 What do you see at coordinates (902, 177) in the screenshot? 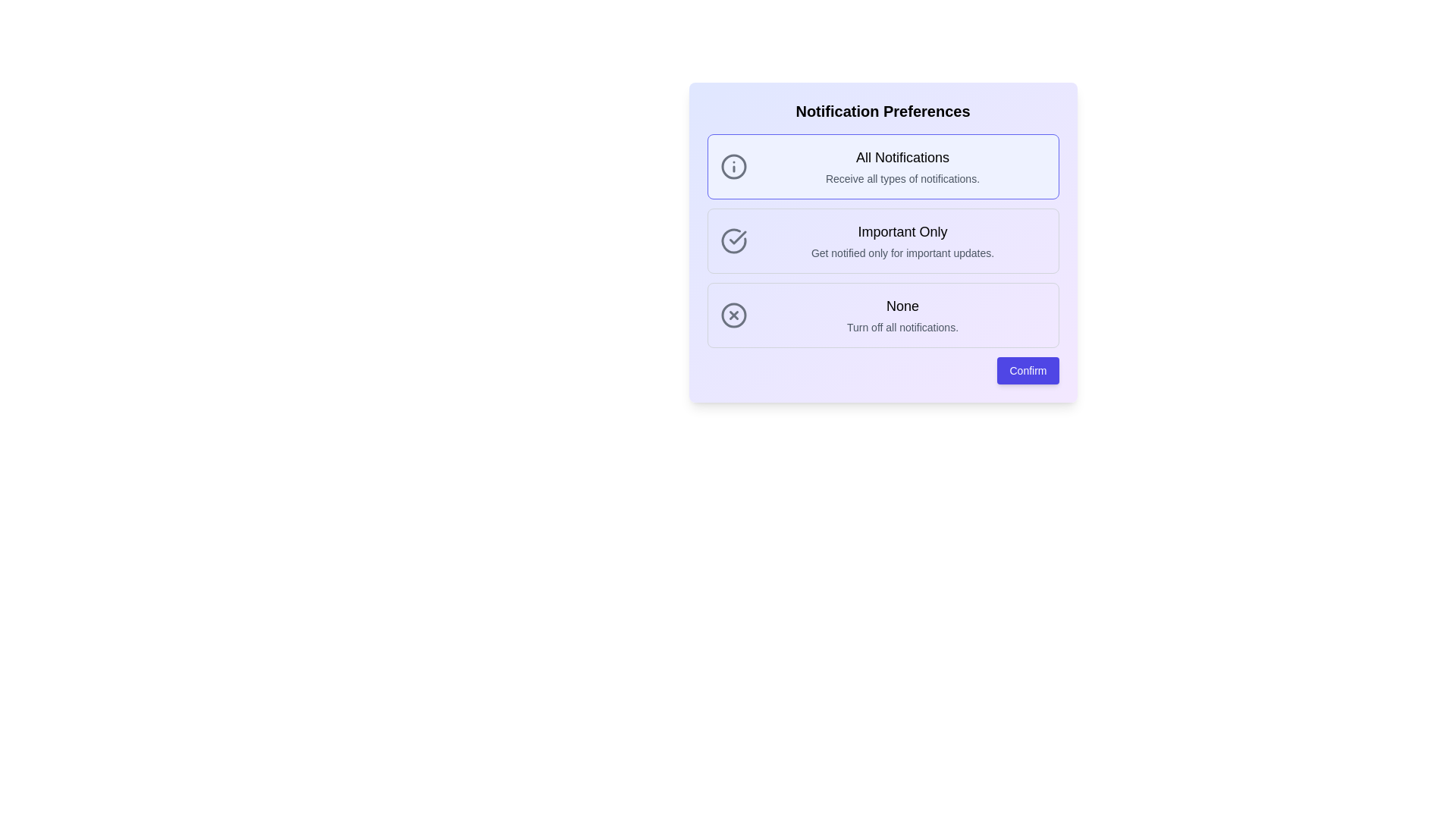
I see `the Text Label that reads 'Receive all types of notifications.' located below the title 'All Notifications' in the 'Notification Preferences' panel` at bounding box center [902, 177].